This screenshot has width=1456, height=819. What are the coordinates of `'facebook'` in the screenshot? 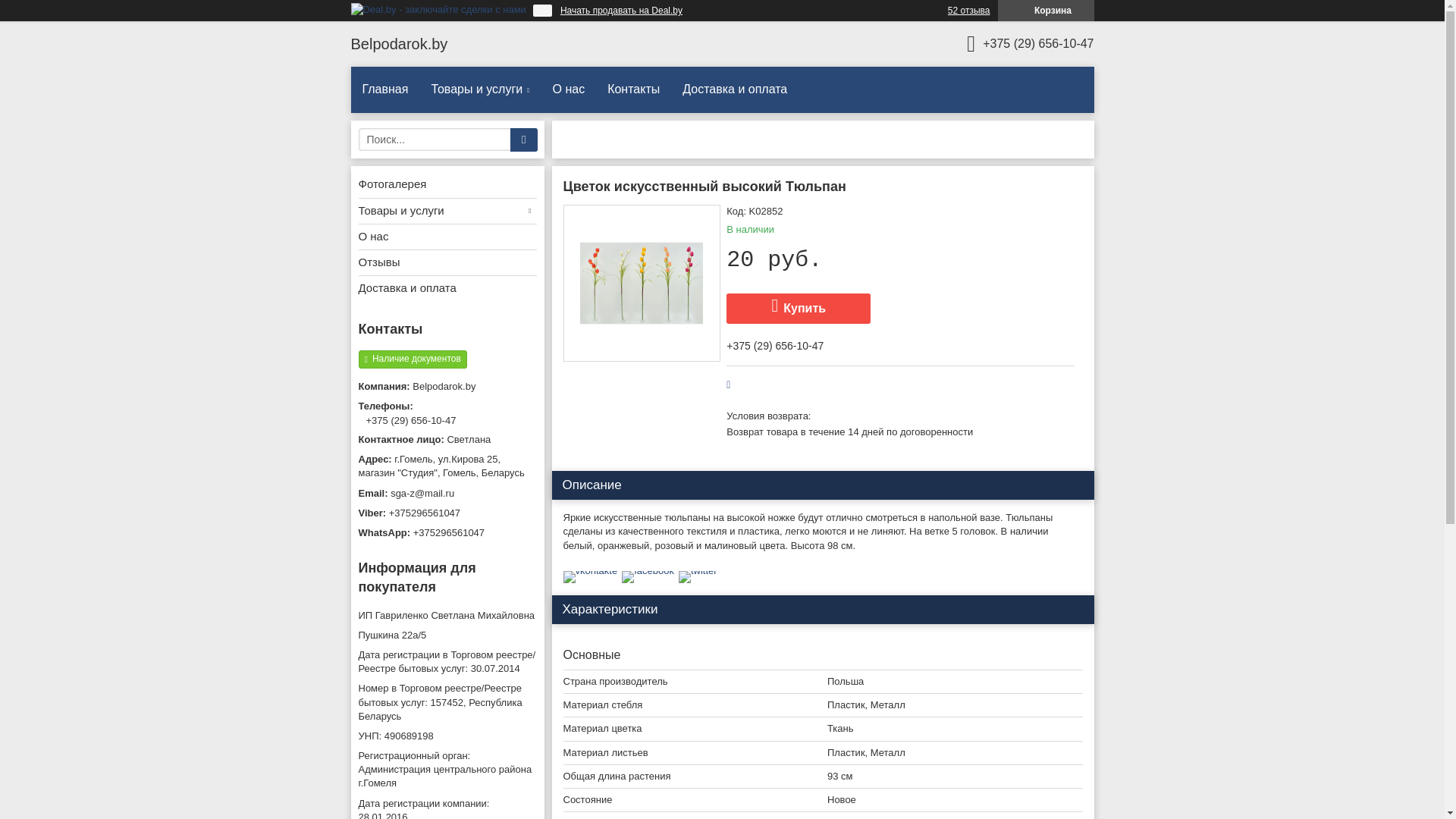 It's located at (648, 570).